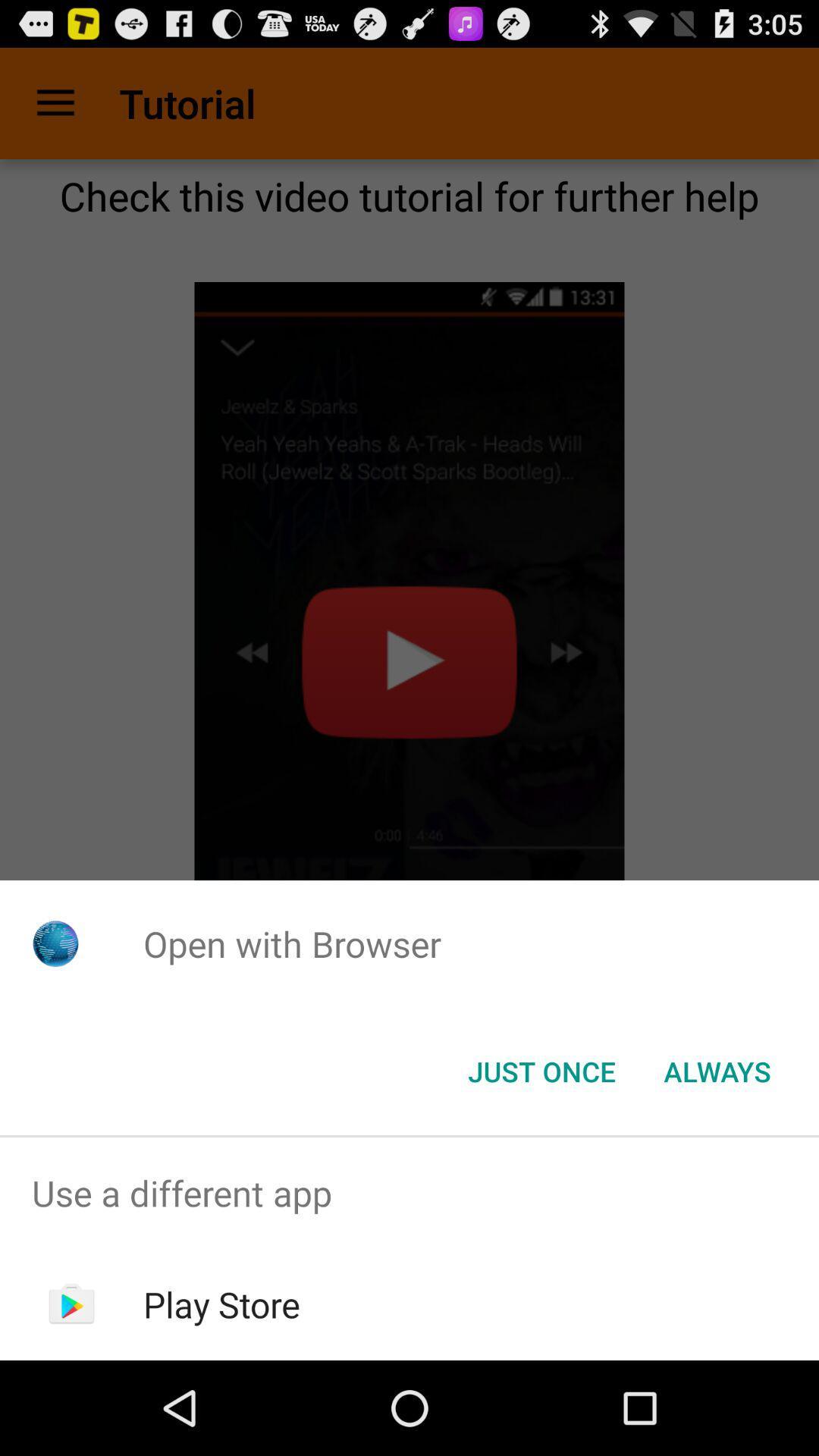  I want to click on use a different icon, so click(409, 1192).